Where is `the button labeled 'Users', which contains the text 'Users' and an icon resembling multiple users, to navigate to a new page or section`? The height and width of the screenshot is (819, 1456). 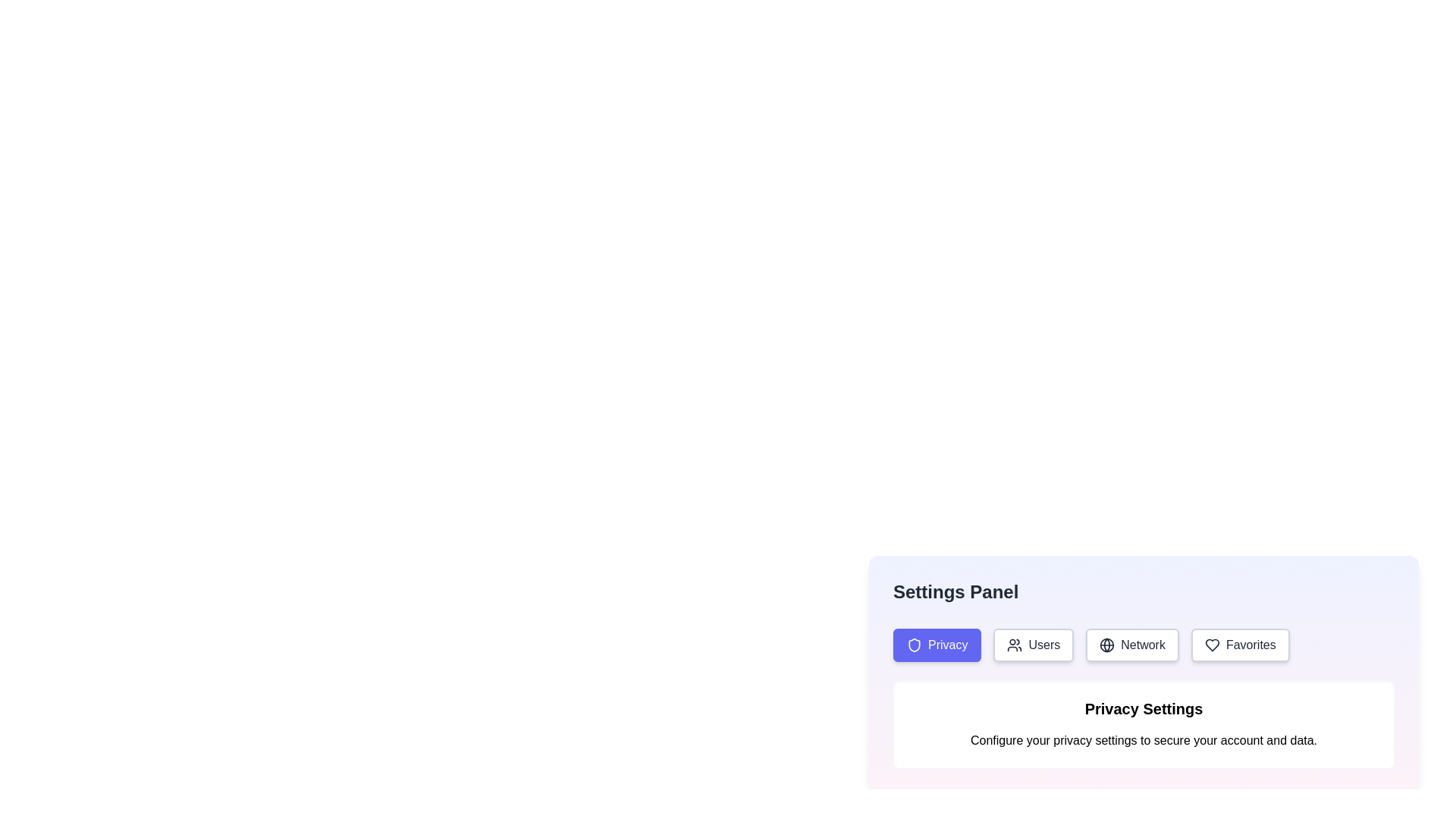 the button labeled 'Users', which contains the text 'Users' and an icon resembling multiple users, to navigate to a new page or section is located at coordinates (1043, 645).